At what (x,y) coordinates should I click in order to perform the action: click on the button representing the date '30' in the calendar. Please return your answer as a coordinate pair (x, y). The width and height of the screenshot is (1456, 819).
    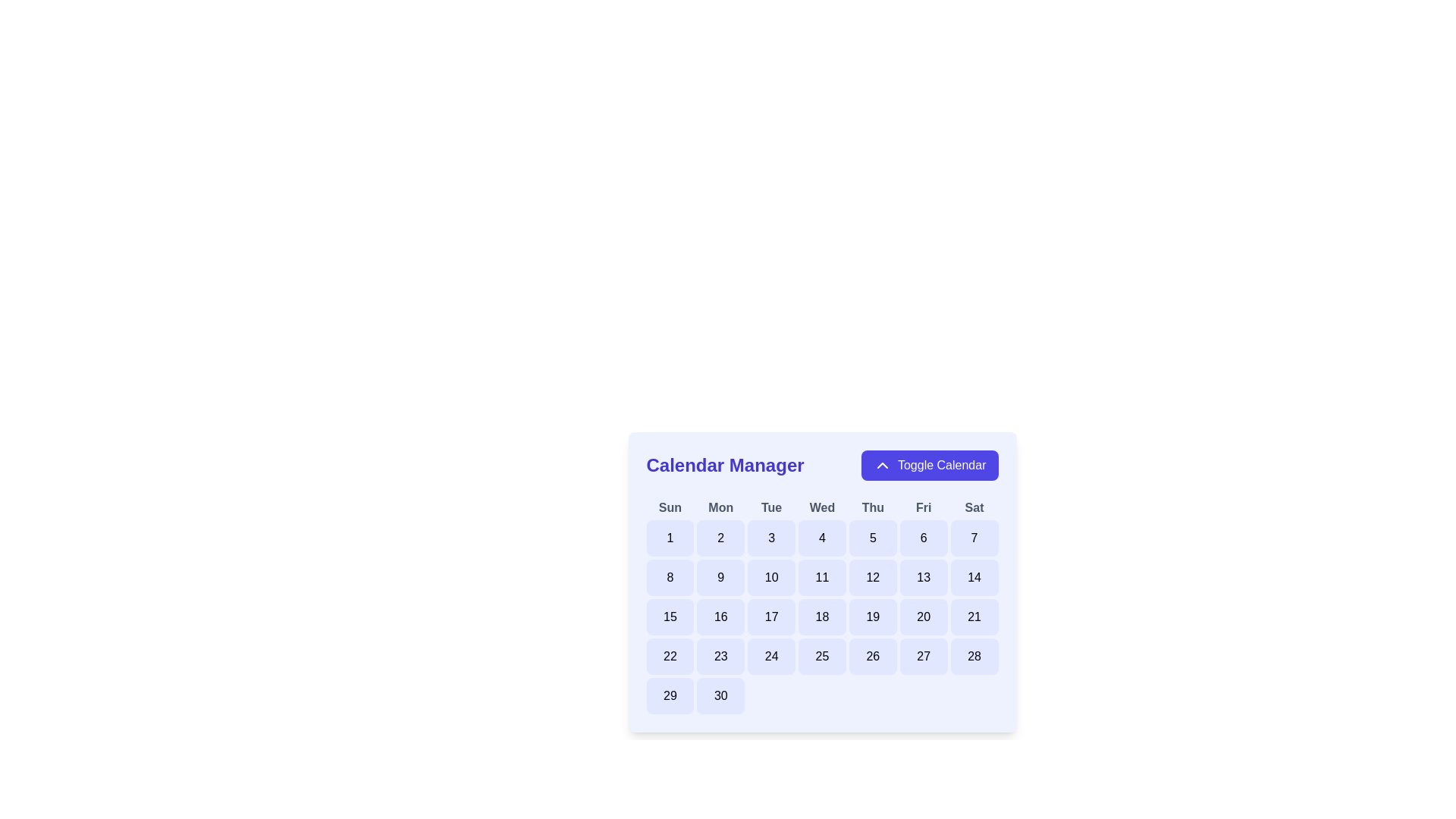
    Looking at the image, I should click on (720, 696).